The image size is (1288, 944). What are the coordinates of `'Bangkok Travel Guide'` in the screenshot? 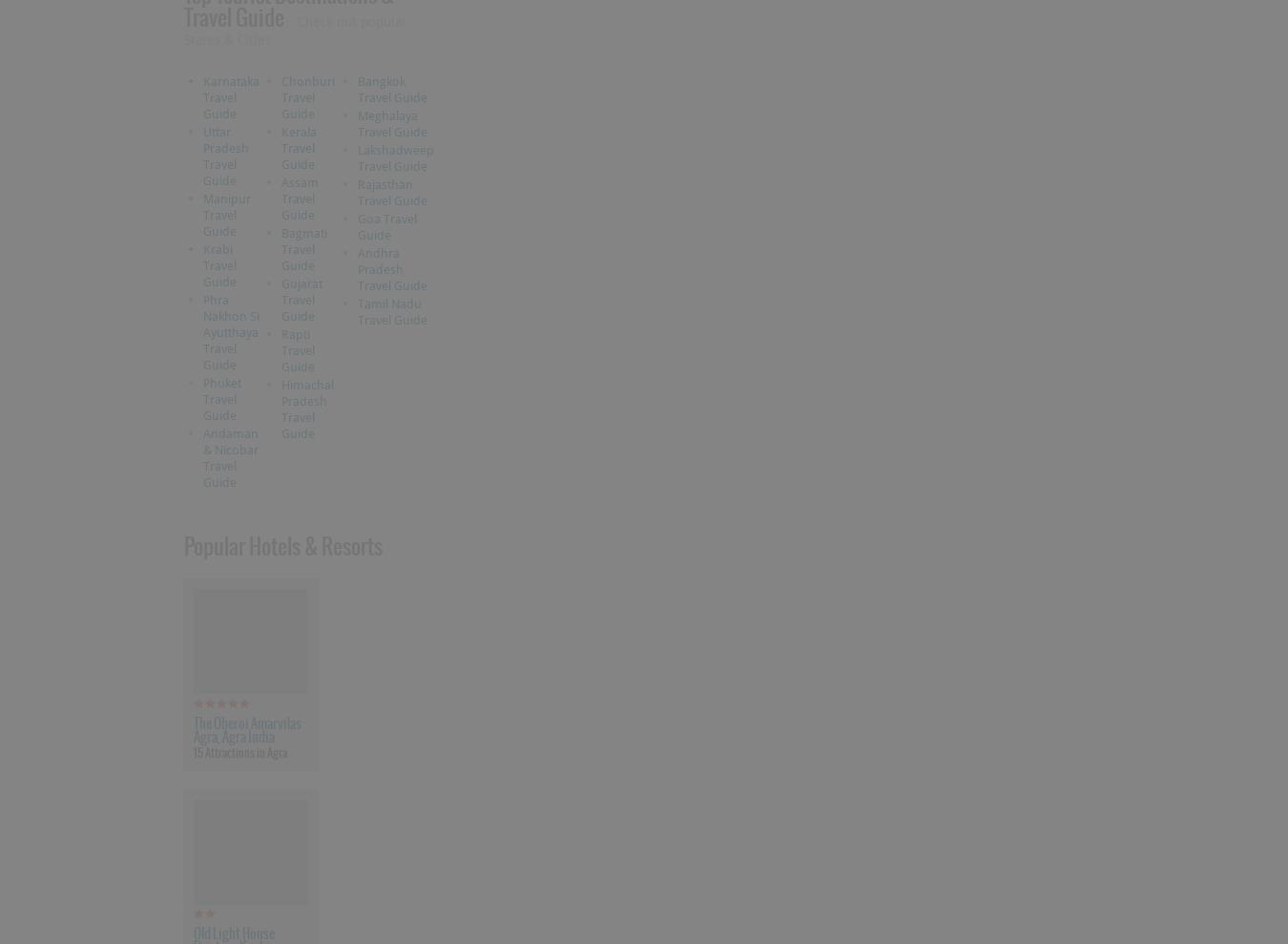 It's located at (358, 88).